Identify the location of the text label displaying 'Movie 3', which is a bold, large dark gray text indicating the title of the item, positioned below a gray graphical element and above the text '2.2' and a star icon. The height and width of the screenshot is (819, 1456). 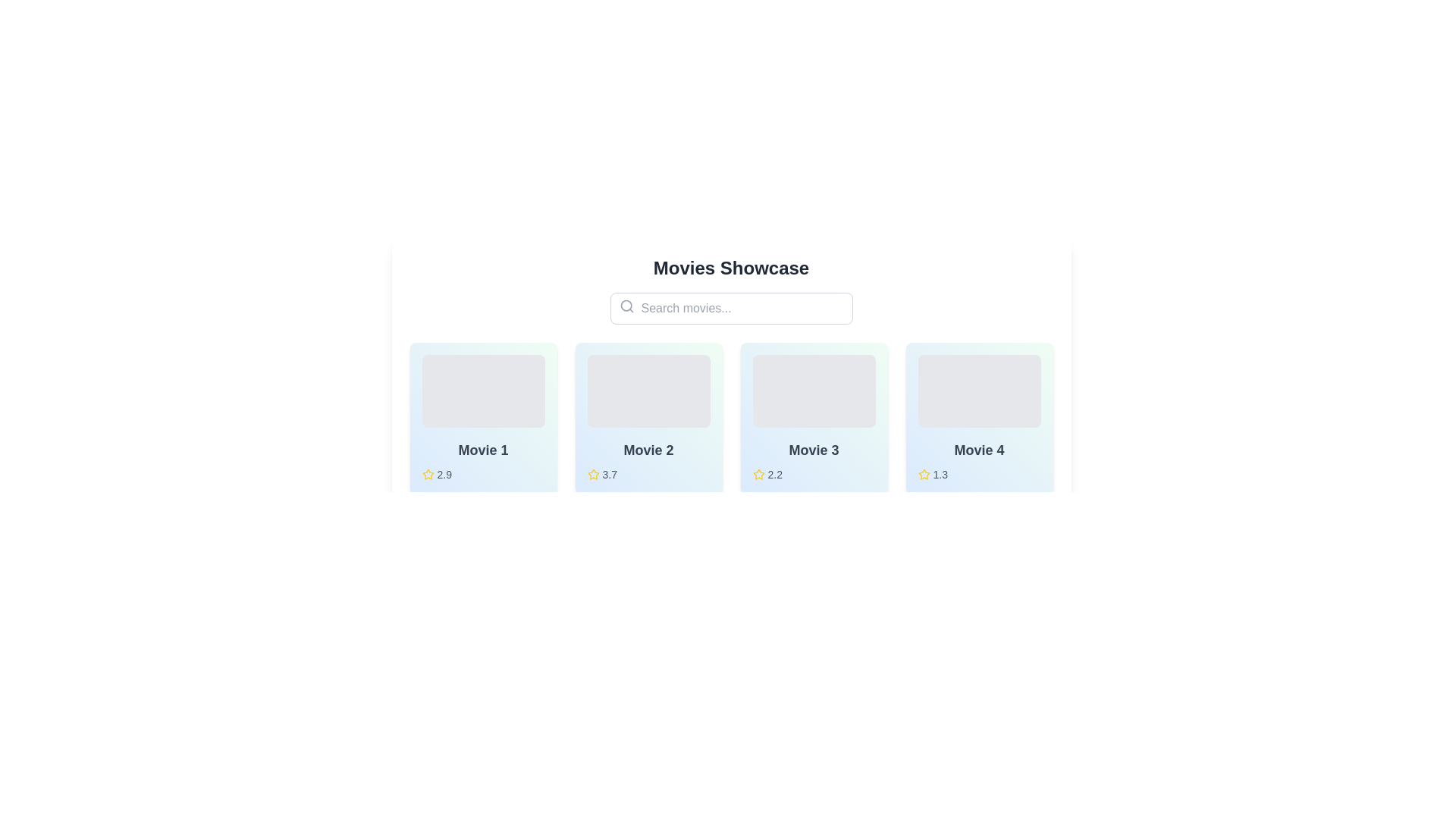
(813, 450).